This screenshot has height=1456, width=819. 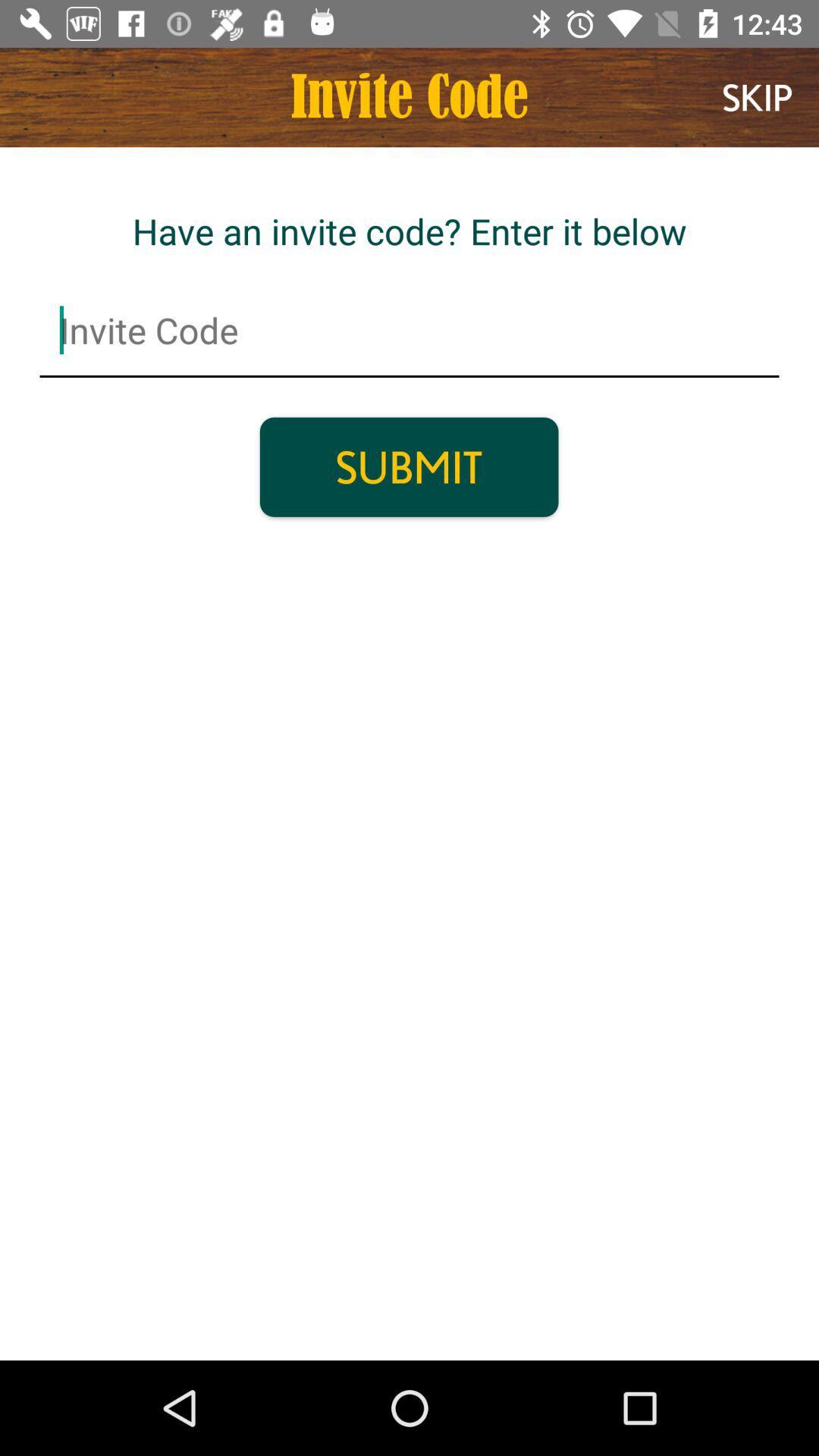 What do you see at coordinates (757, 96) in the screenshot?
I see `the icon to the right of the invite code icon` at bounding box center [757, 96].